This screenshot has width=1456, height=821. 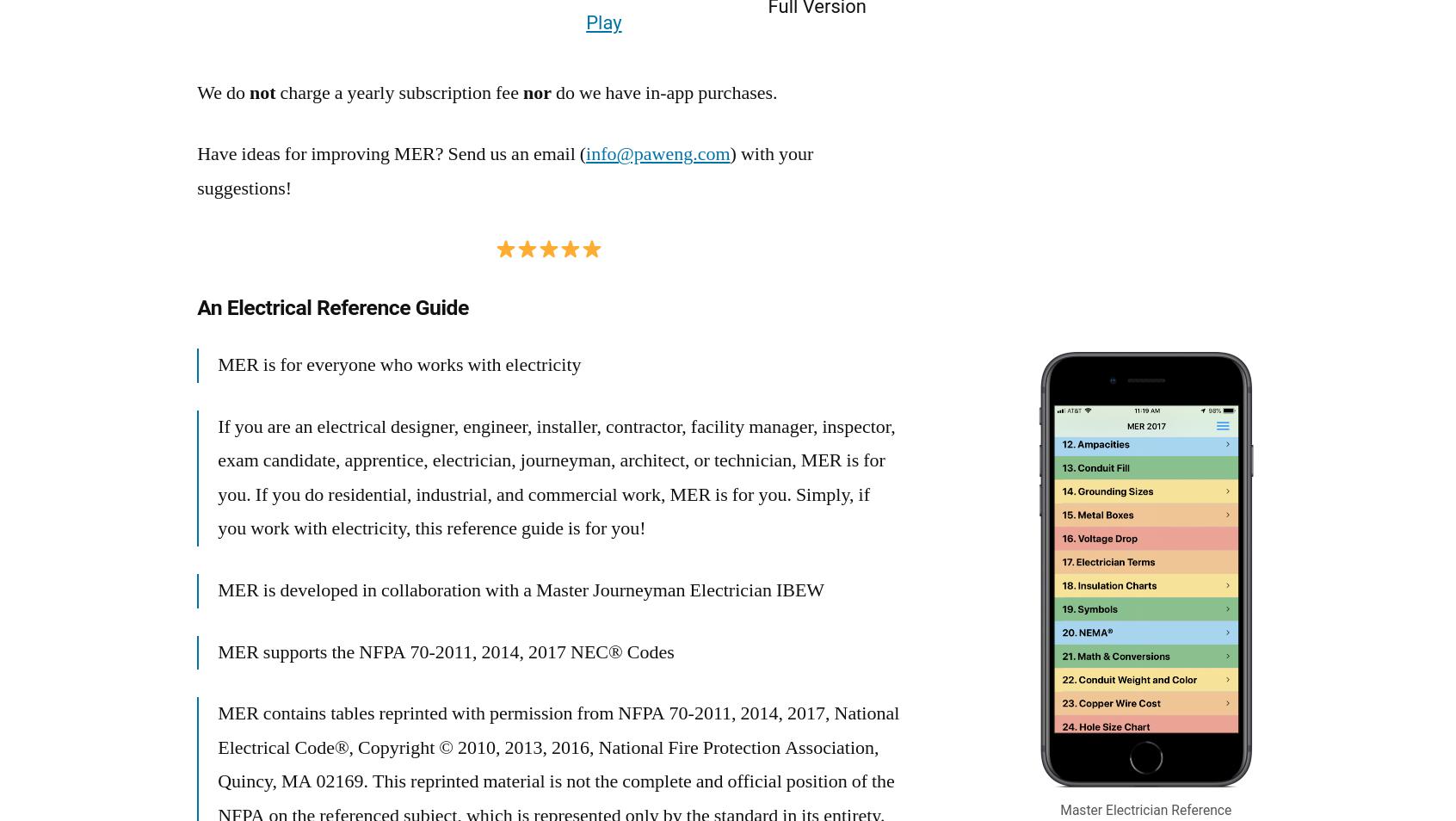 What do you see at coordinates (390, 152) in the screenshot?
I see `'Have ideas for improving MER? Send us an email ('` at bounding box center [390, 152].